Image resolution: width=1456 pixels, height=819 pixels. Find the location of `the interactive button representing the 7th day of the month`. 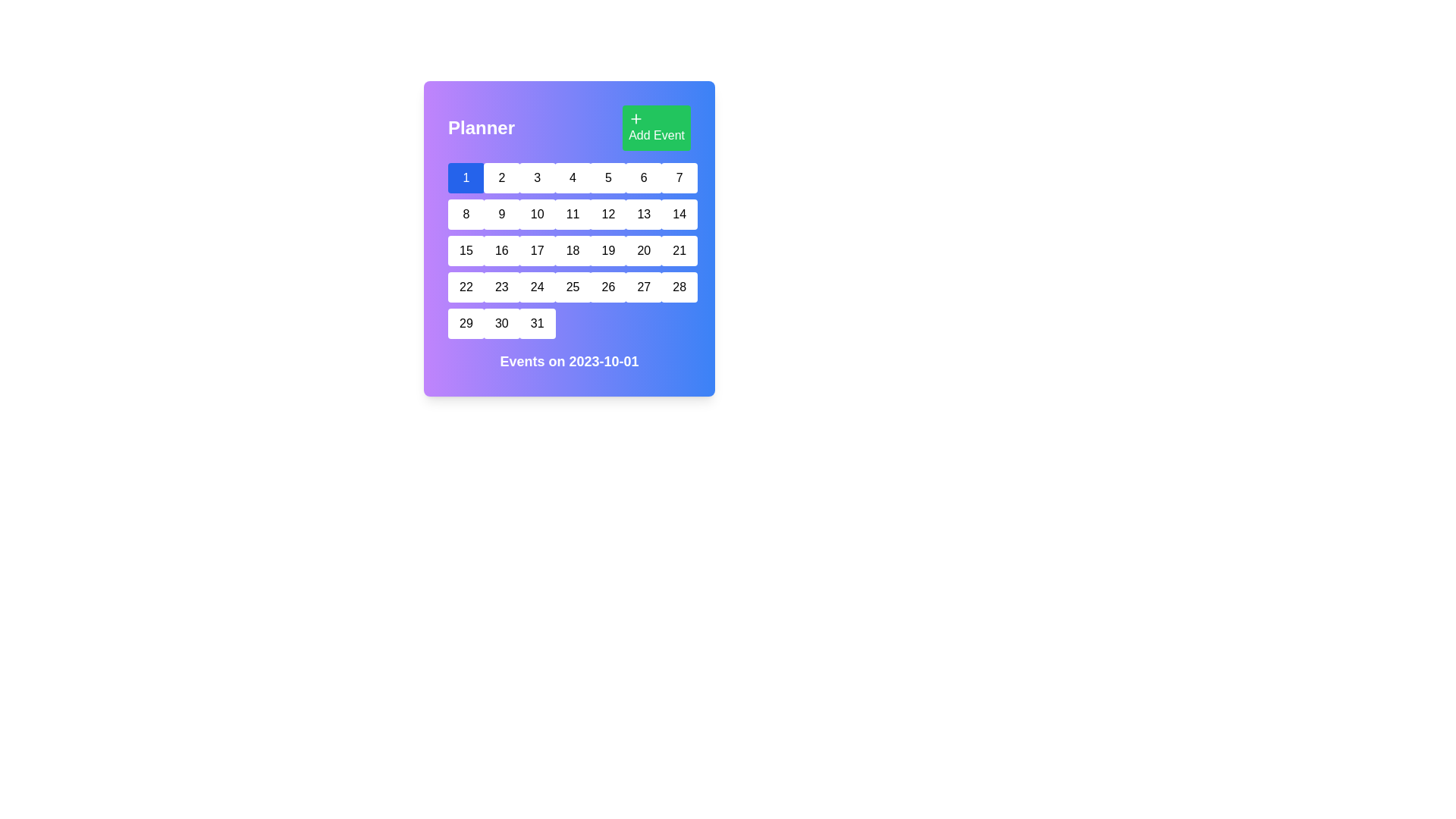

the interactive button representing the 7th day of the month is located at coordinates (679, 177).